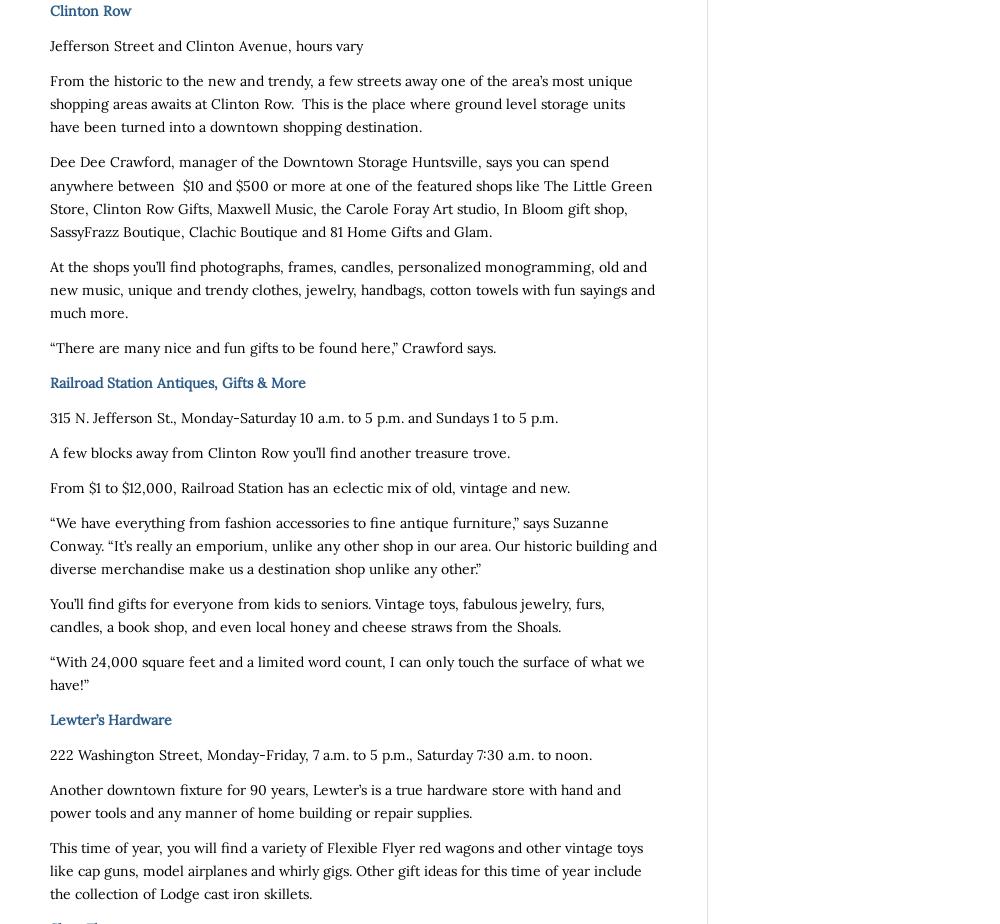 The image size is (1000, 924). What do you see at coordinates (50, 452) in the screenshot?
I see `'A few blocks away from Clinton Row you’ll find another treasure trove.'` at bounding box center [50, 452].